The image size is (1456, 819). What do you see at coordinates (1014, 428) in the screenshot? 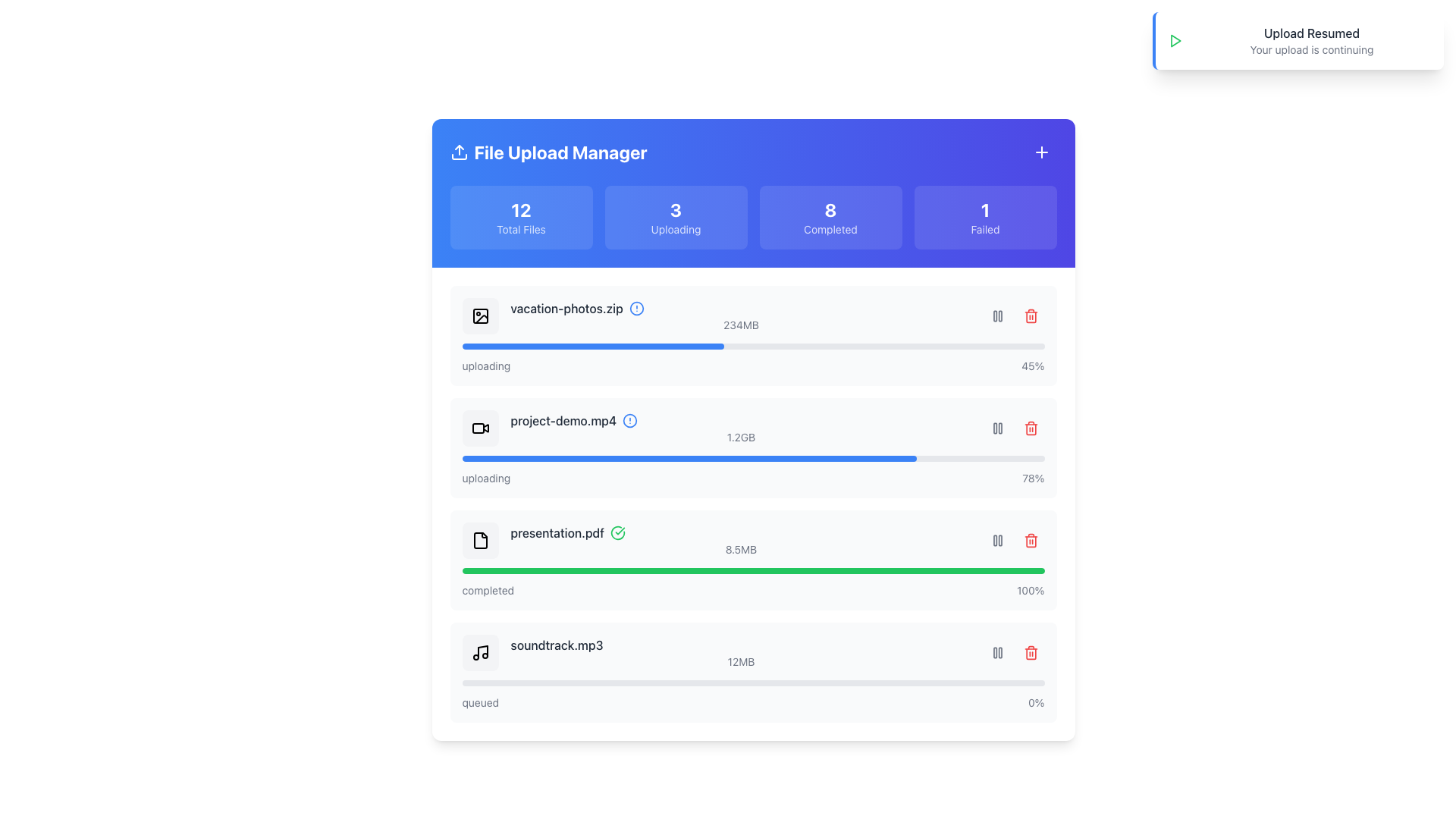
I see `the pause button located on the right-hand side of the row associated with the file 'project-demo.mp4'` at bounding box center [1014, 428].